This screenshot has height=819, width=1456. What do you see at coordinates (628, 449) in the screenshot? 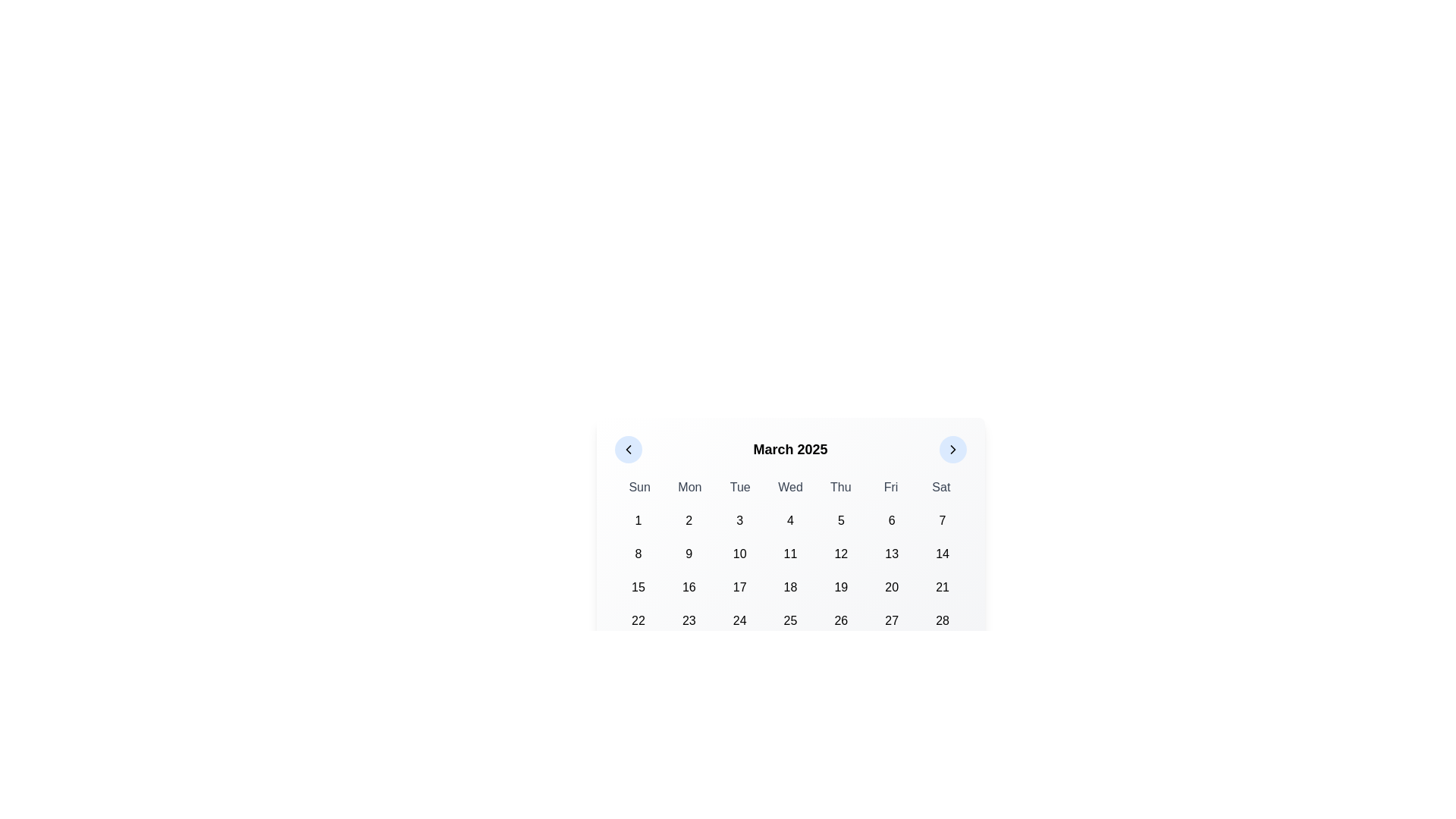
I see `the left-facing chevron button icon within the calendar interface` at bounding box center [628, 449].